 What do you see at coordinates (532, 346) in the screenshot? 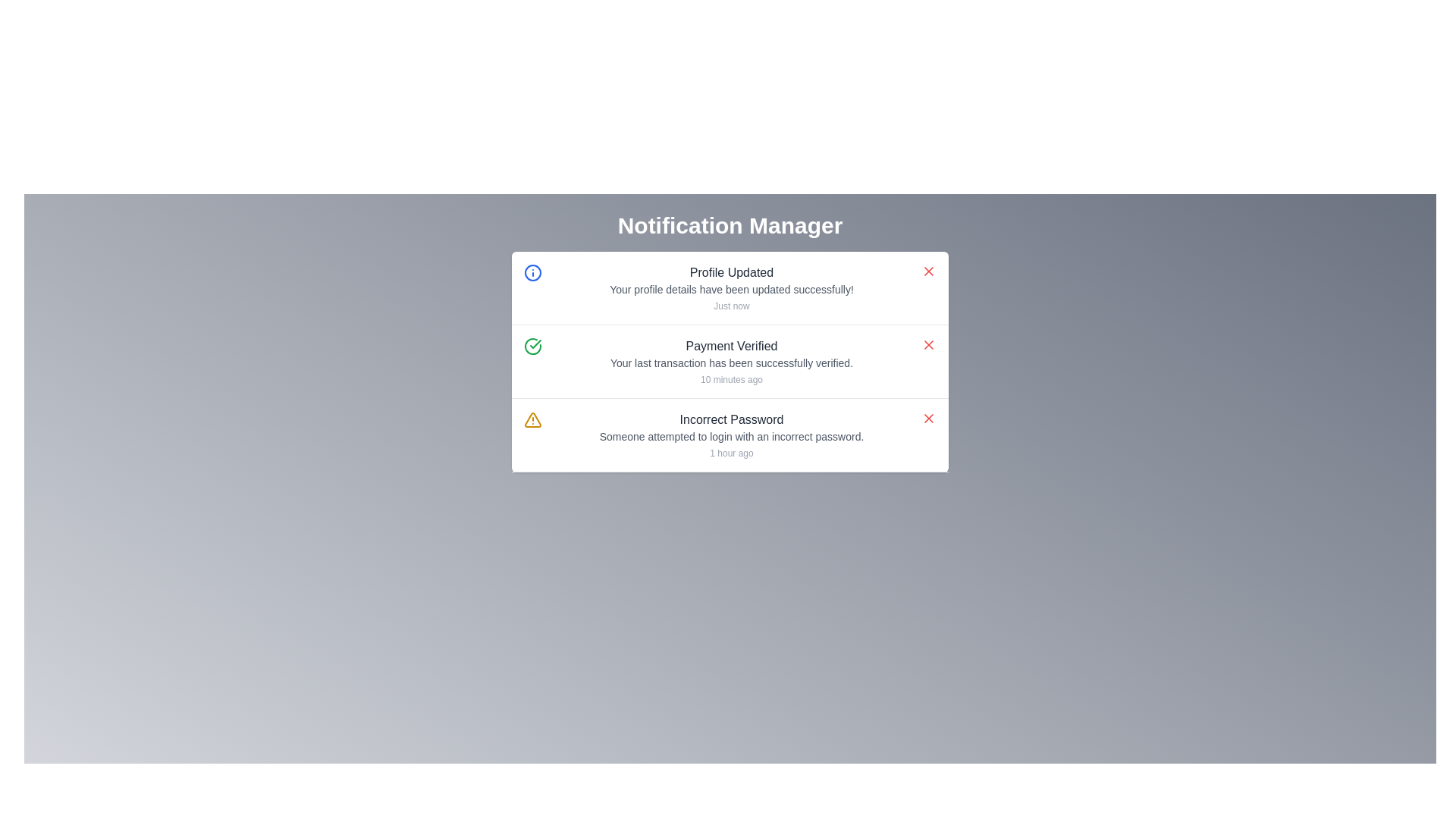
I see `the circular icon with a green outline and a check mark in the center, located in the second notification card under 'Notification Manager' to the left of 'Payment Verified'` at bounding box center [532, 346].